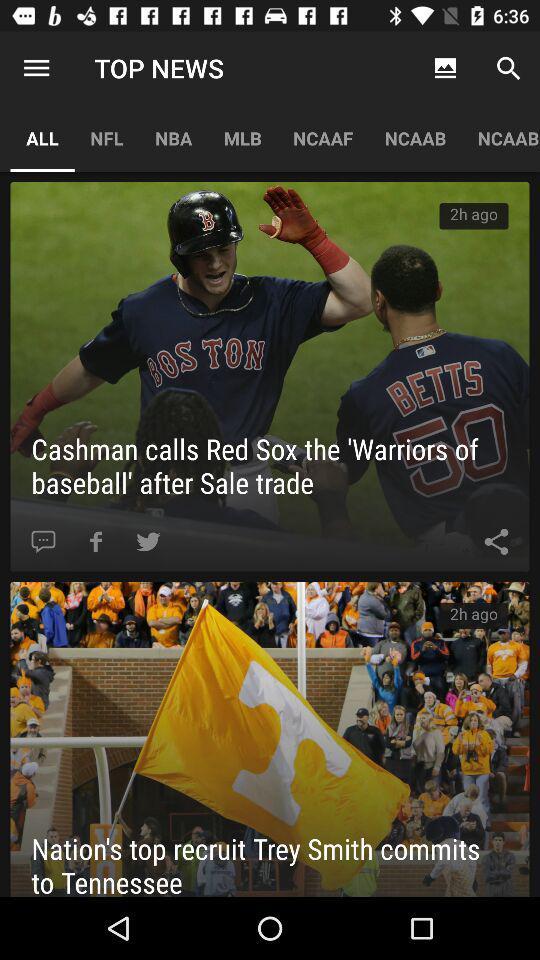 Image resolution: width=540 pixels, height=960 pixels. Describe the element at coordinates (42, 137) in the screenshot. I see `all item` at that location.